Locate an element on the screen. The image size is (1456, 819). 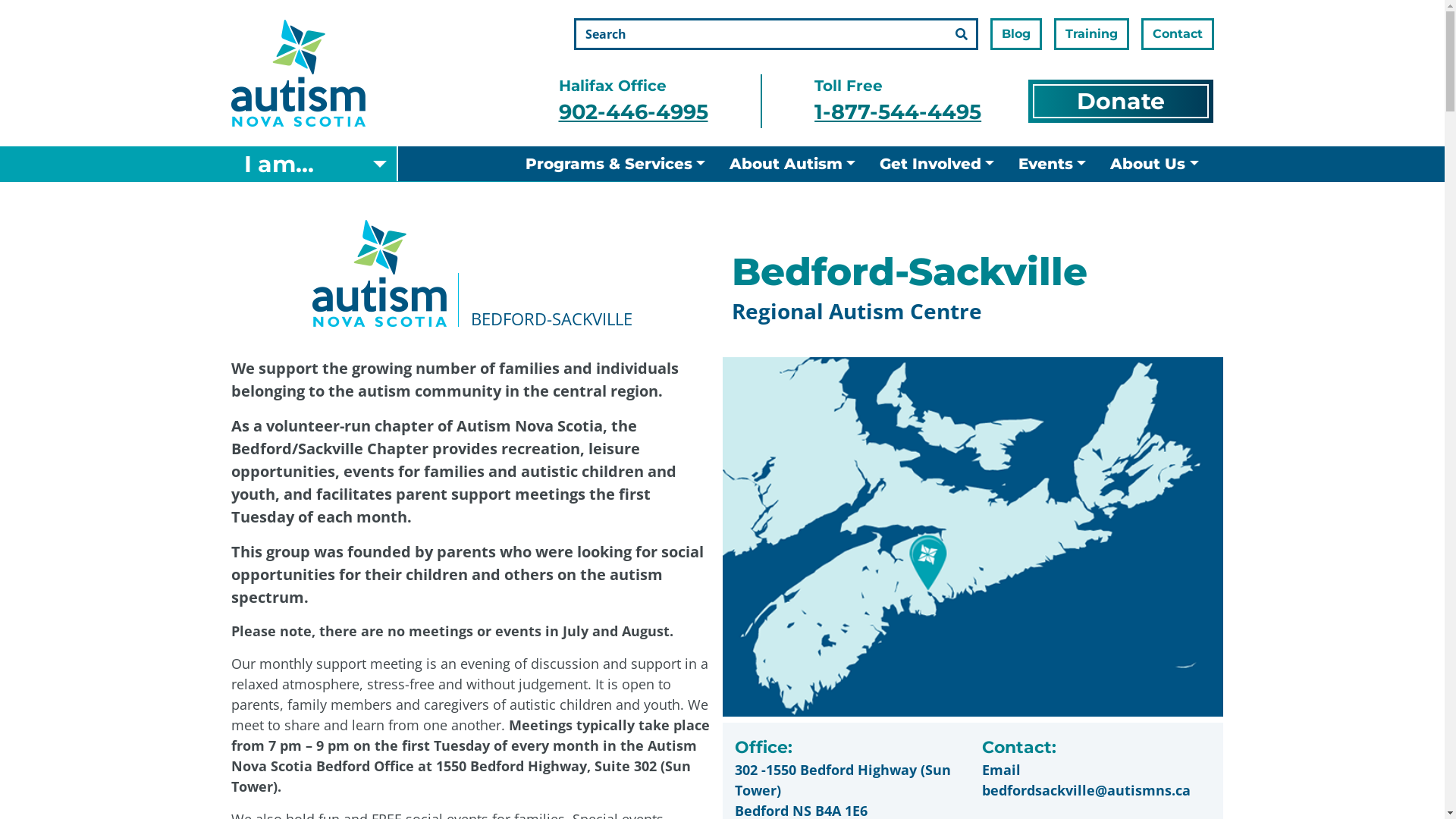
'About Autism' is located at coordinates (792, 164).